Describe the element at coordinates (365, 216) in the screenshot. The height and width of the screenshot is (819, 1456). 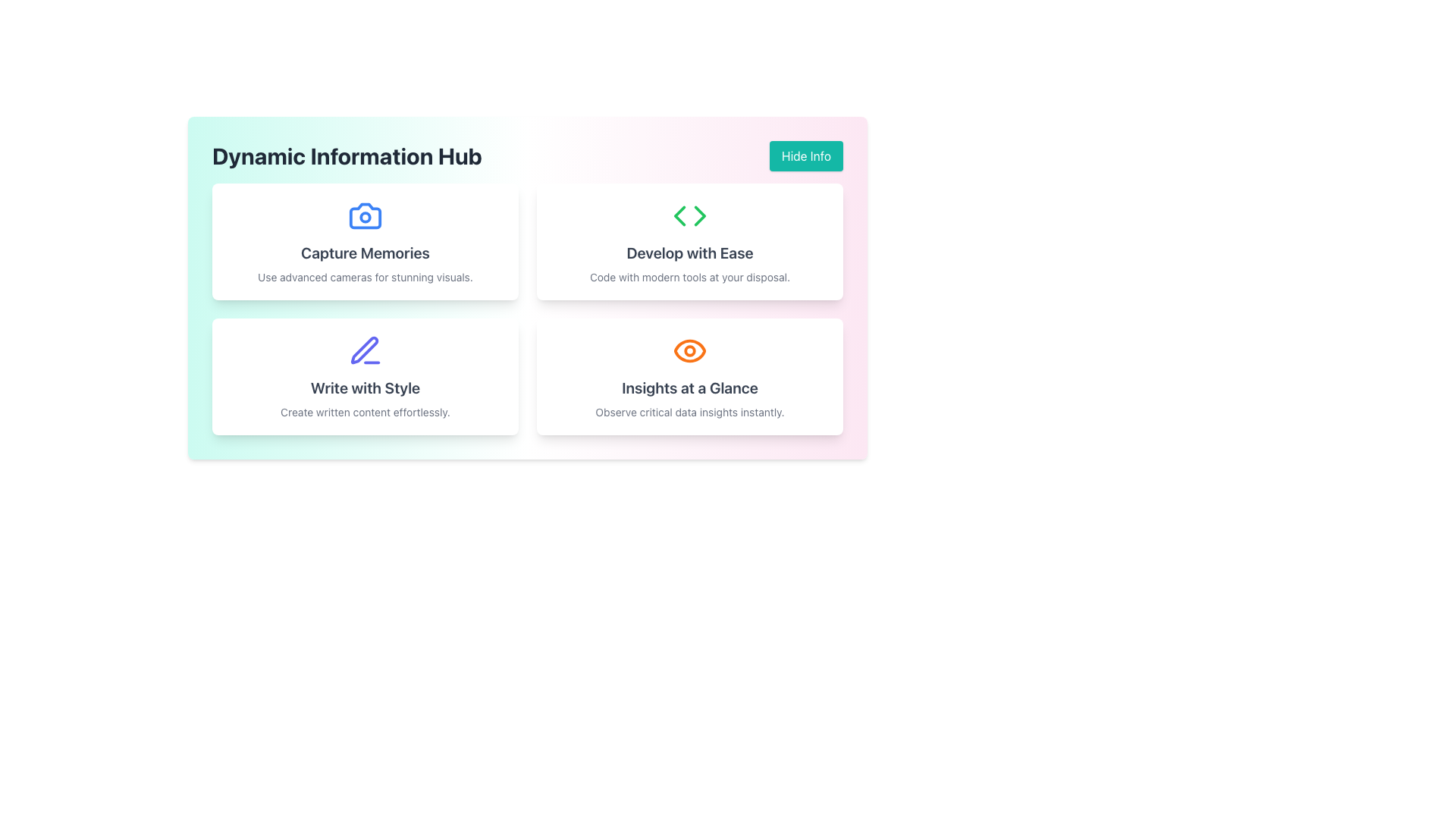
I see `the blue camera icon located in the top-left card of the grid layout, positioned above the 'Capture Memories' text` at that location.